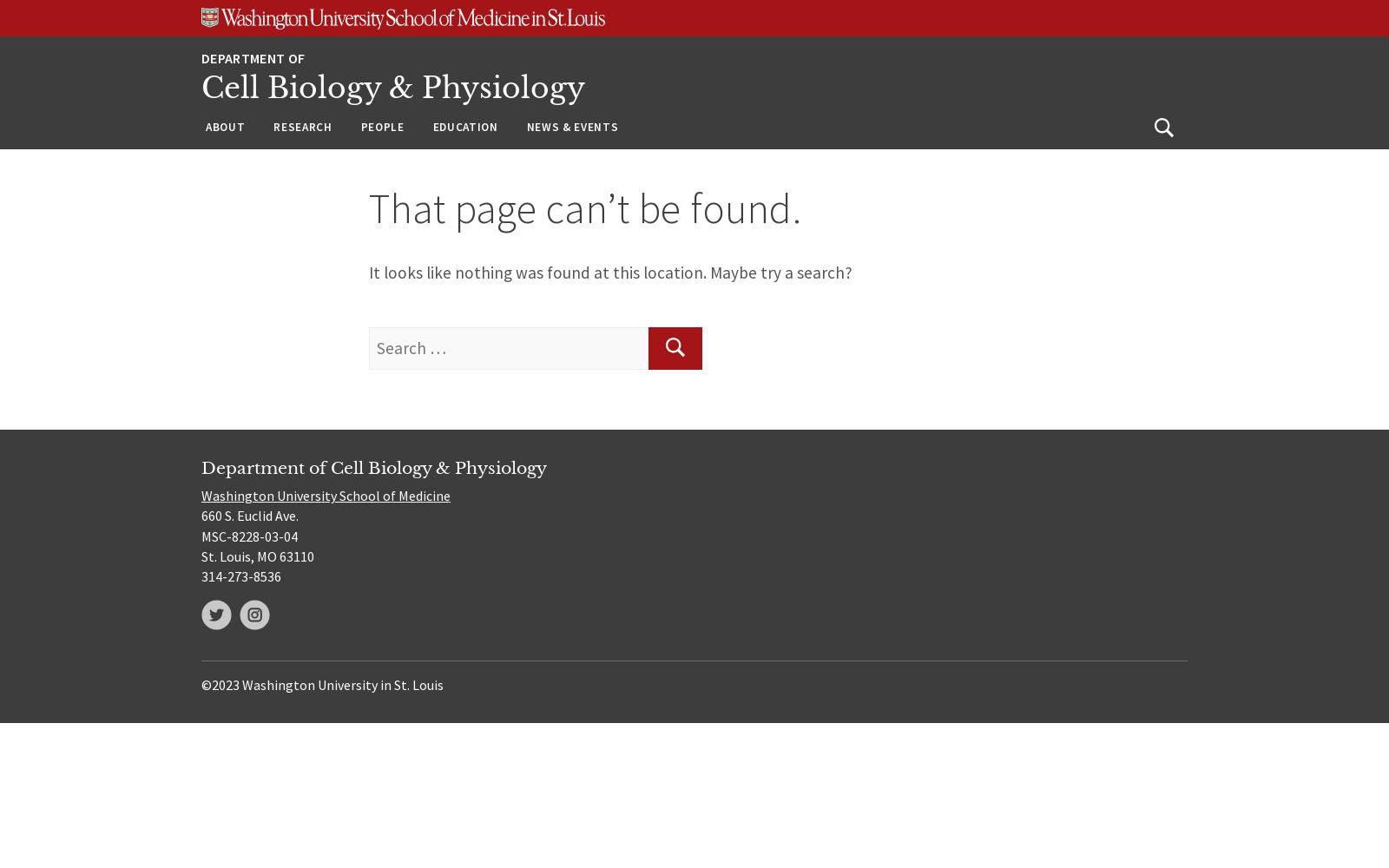 The height and width of the screenshot is (868, 1389). I want to click on 'Become a Trainee', so click(489, 201).